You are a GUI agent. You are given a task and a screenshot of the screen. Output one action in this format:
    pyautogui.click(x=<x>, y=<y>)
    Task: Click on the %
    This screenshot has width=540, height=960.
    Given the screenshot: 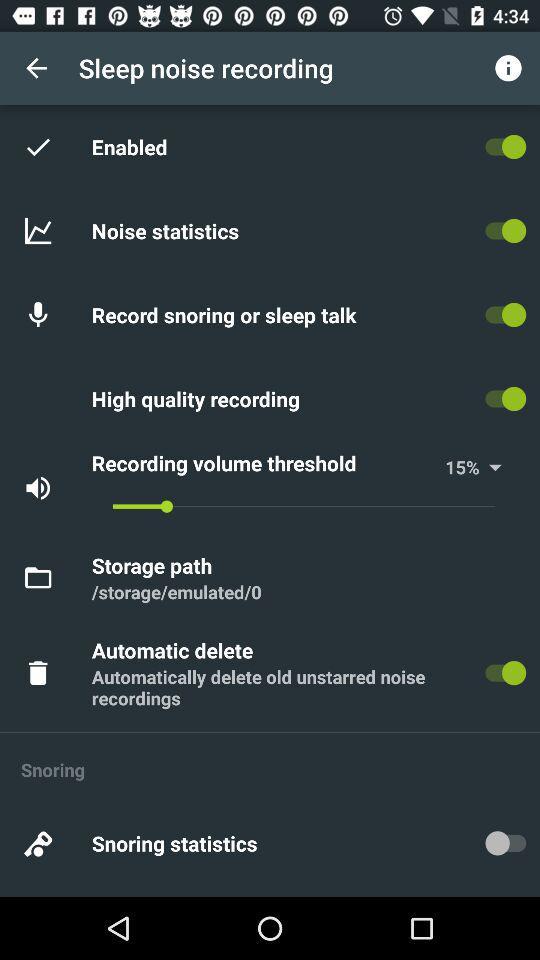 What is the action you would take?
    pyautogui.click(x=487, y=467)
    